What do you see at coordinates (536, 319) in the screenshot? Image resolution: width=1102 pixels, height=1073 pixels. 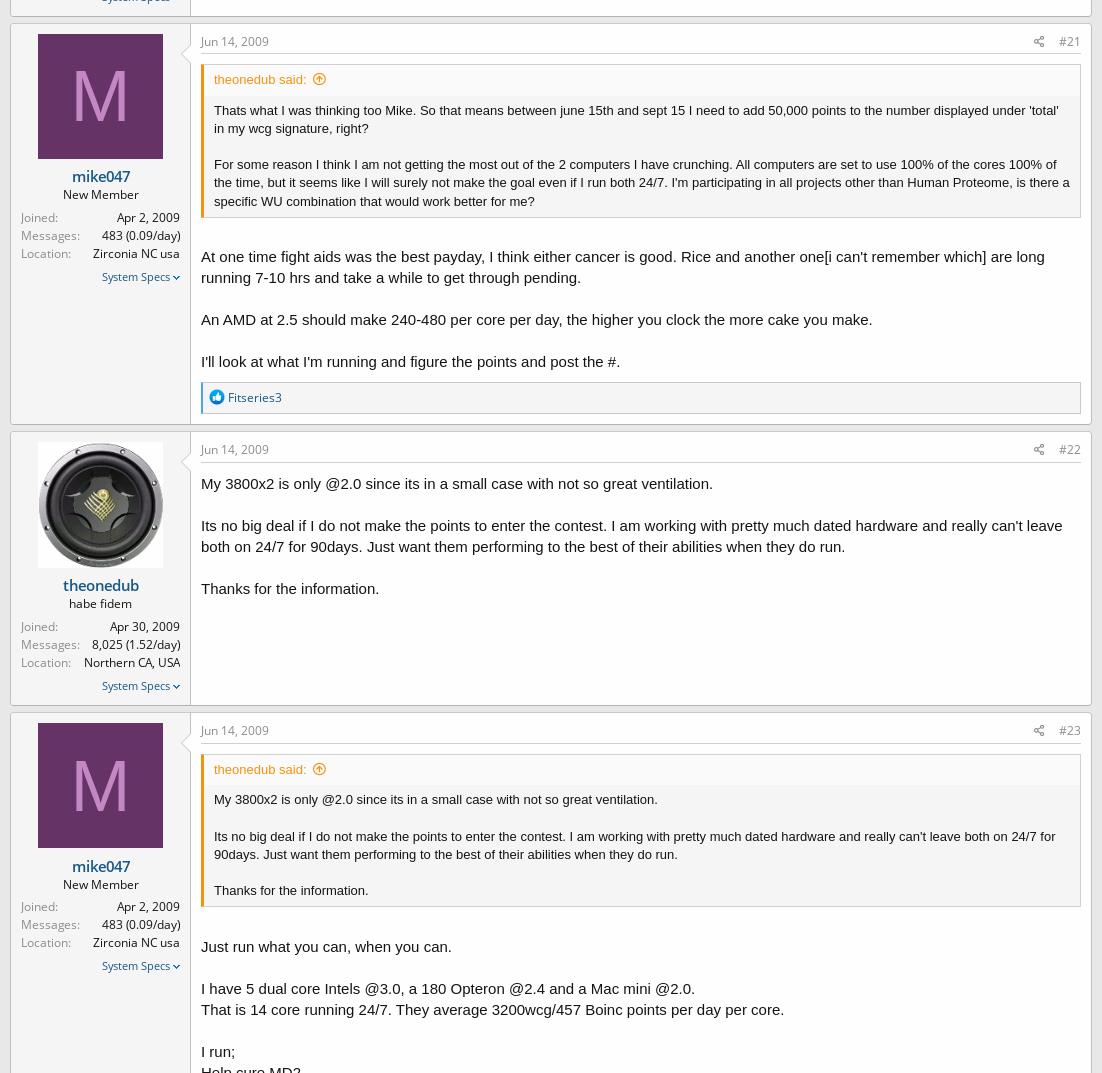 I see `'An AMD at 2.5 should make 240-480 per core per day, the higher you clock the more cake you make.'` at bounding box center [536, 319].